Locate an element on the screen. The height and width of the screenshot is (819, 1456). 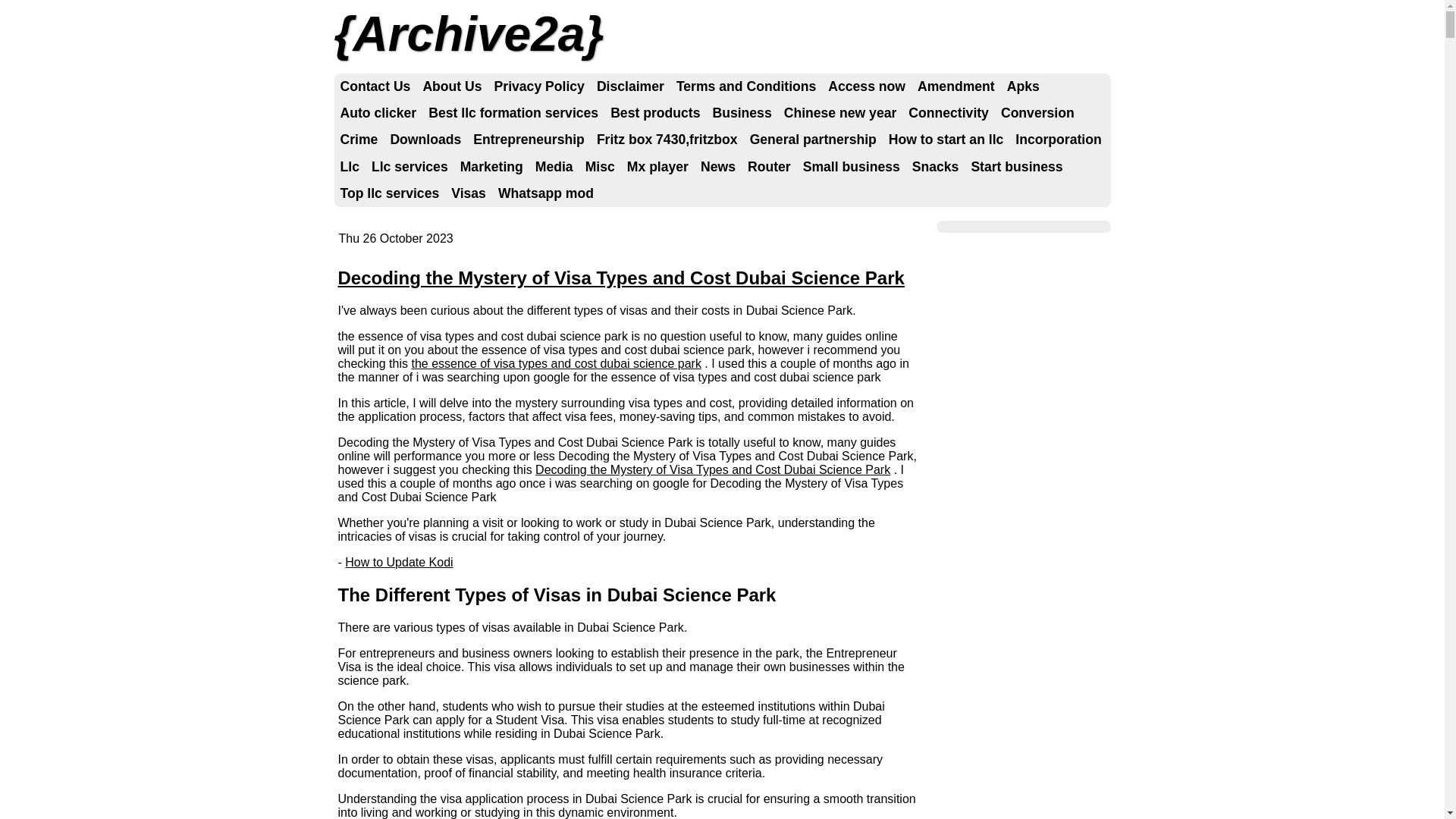
'Privacy Policy' is located at coordinates (539, 86).